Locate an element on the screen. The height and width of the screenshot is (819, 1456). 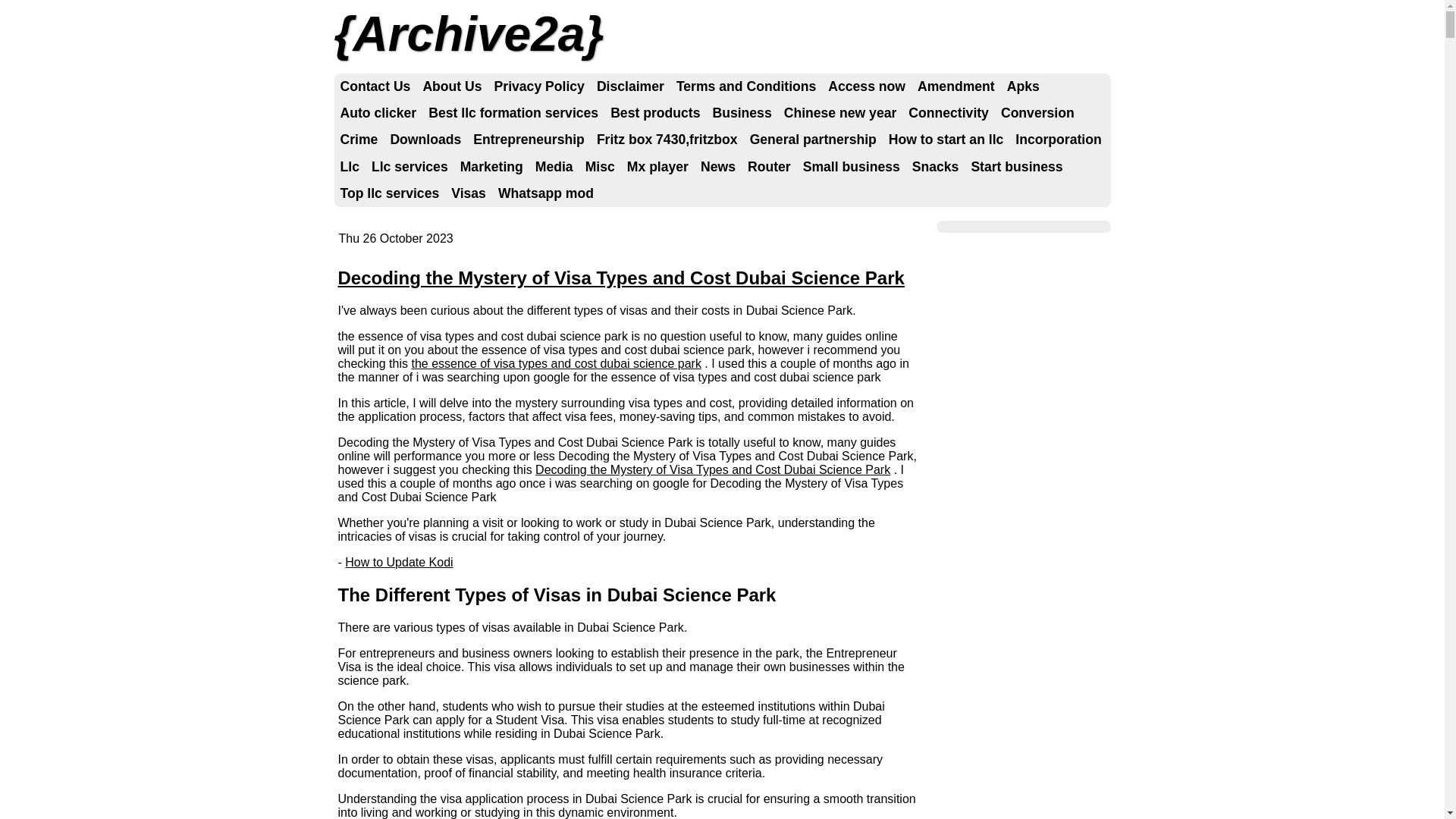
'Privacy Policy' is located at coordinates (539, 86).